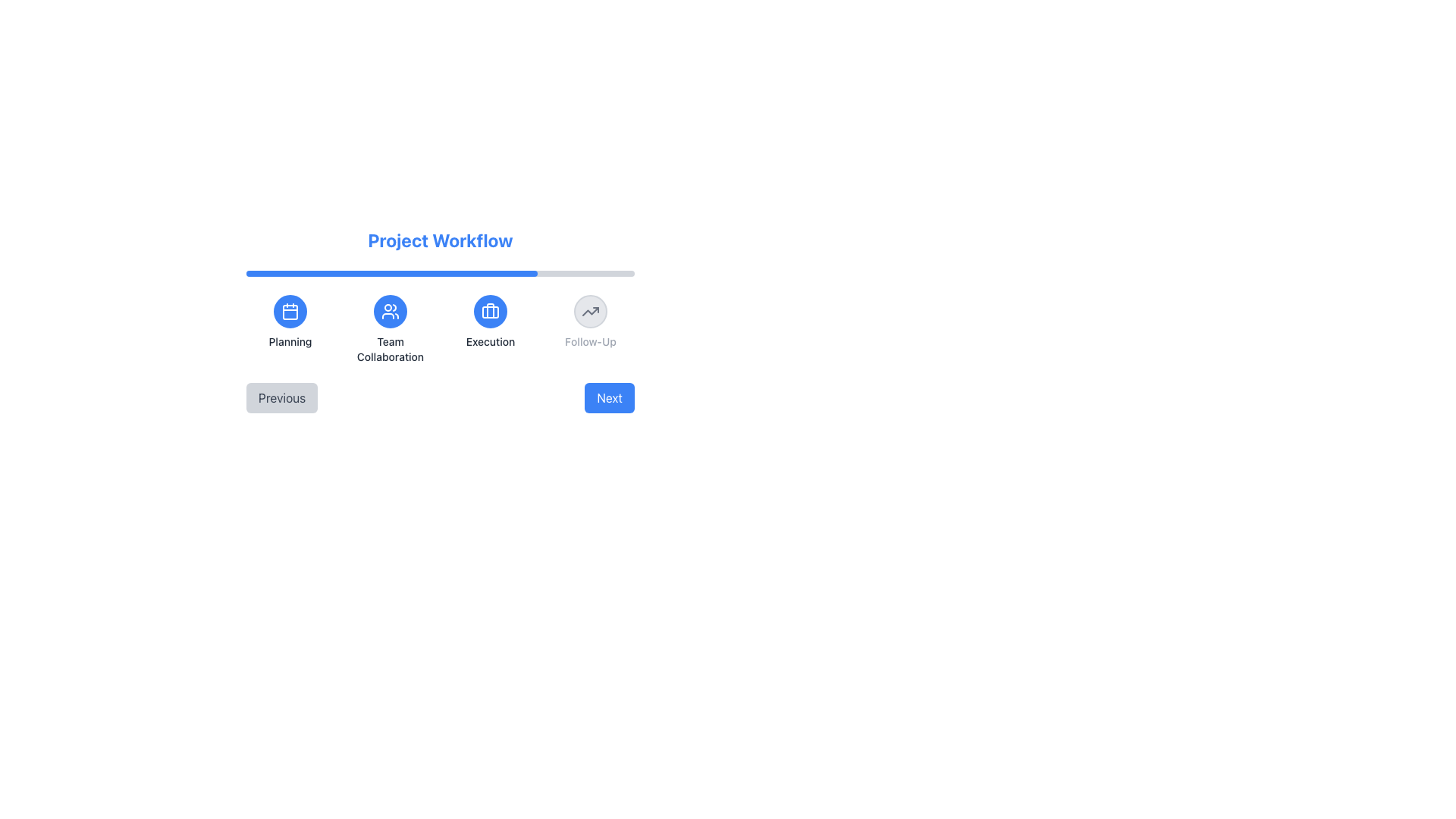  What do you see at coordinates (589, 329) in the screenshot?
I see `the Informational icon with an upward sloping arrow, labeled 'Follow-Up', which is the fourth item in the grid layout` at bounding box center [589, 329].